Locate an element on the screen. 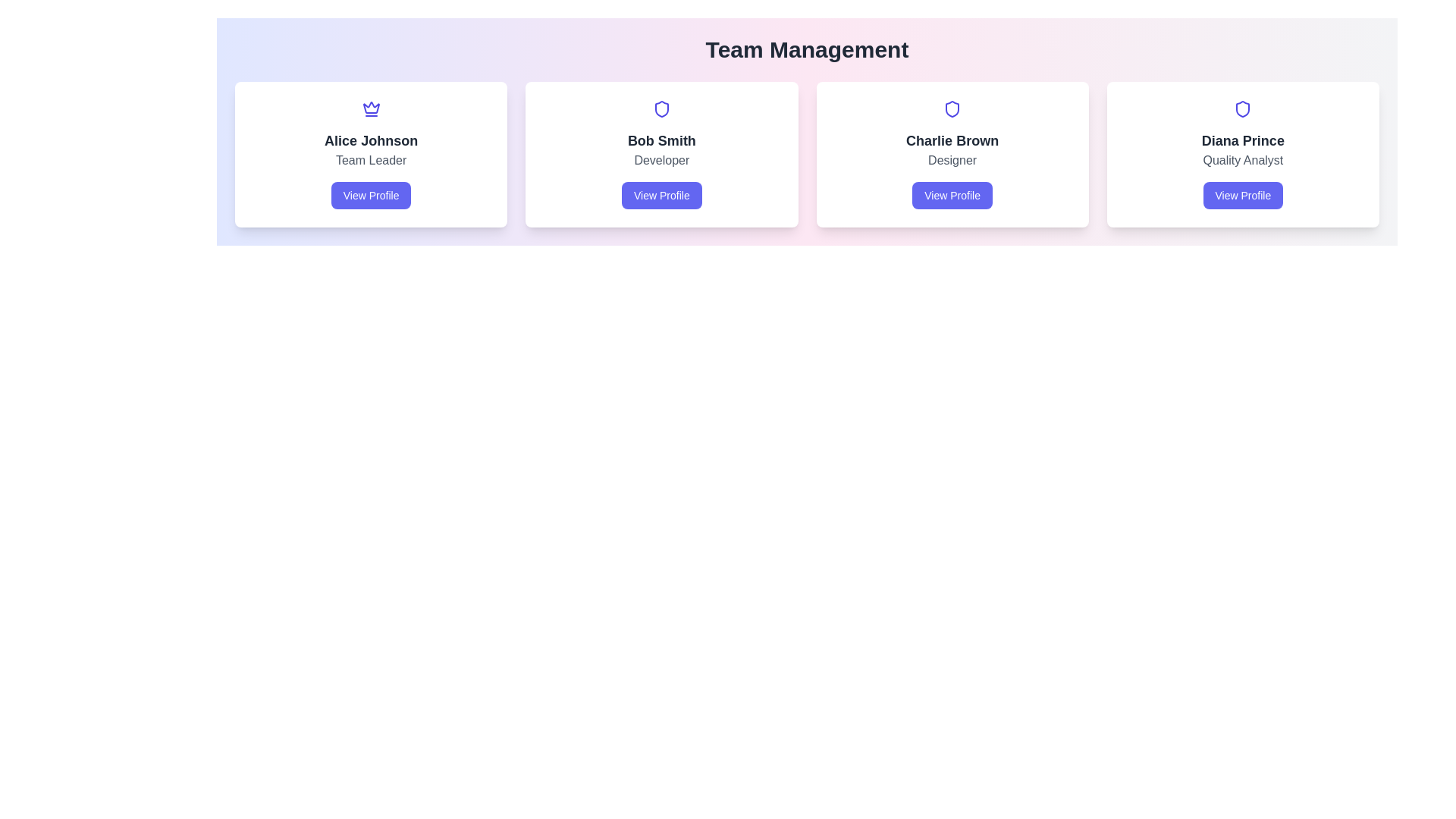 This screenshot has height=819, width=1456. the button is located at coordinates (371, 195).